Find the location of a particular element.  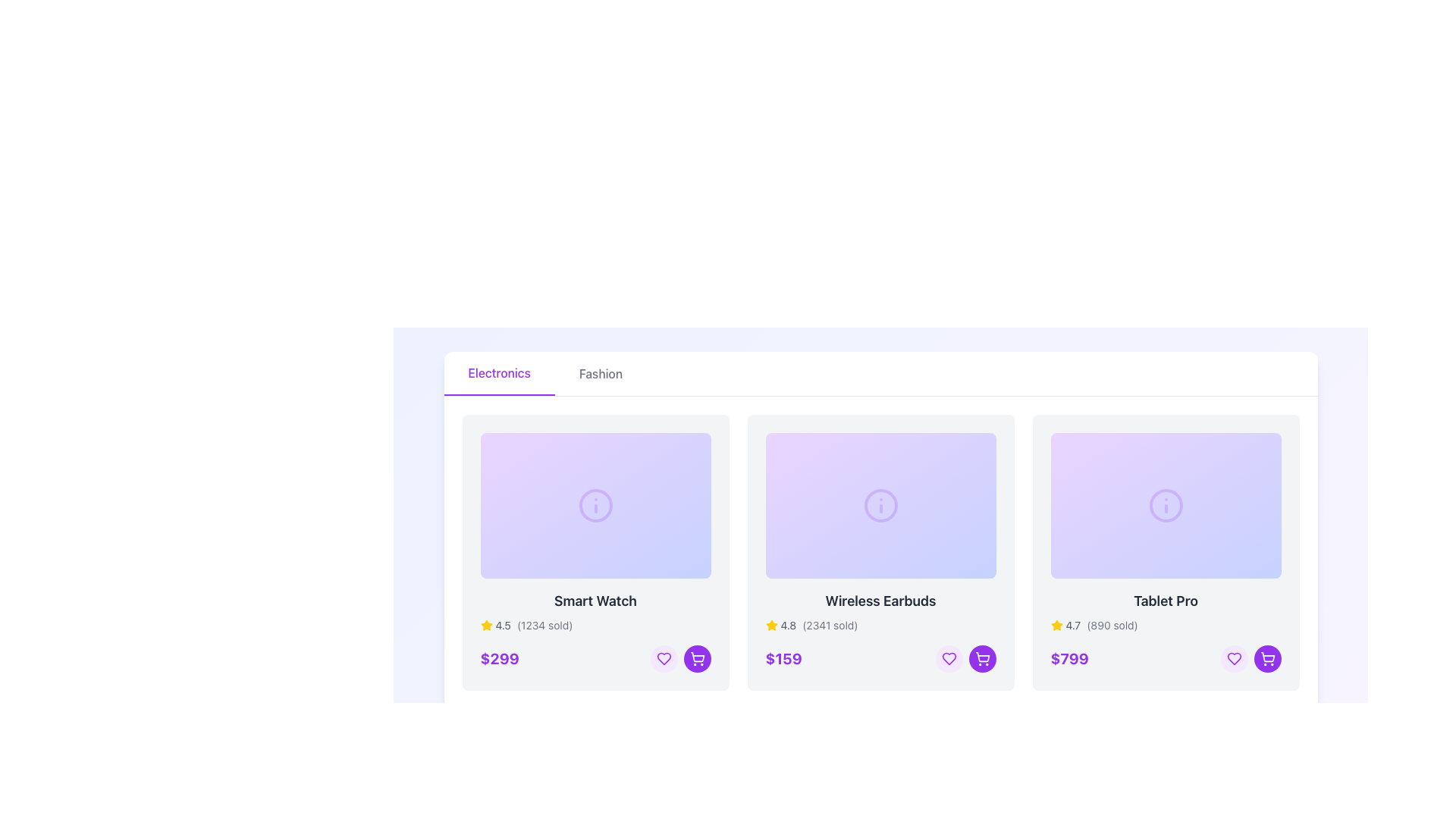

the heart icon with a purple outline located in the bottom-right corner of the last card in the grid layout is located at coordinates (1234, 657).